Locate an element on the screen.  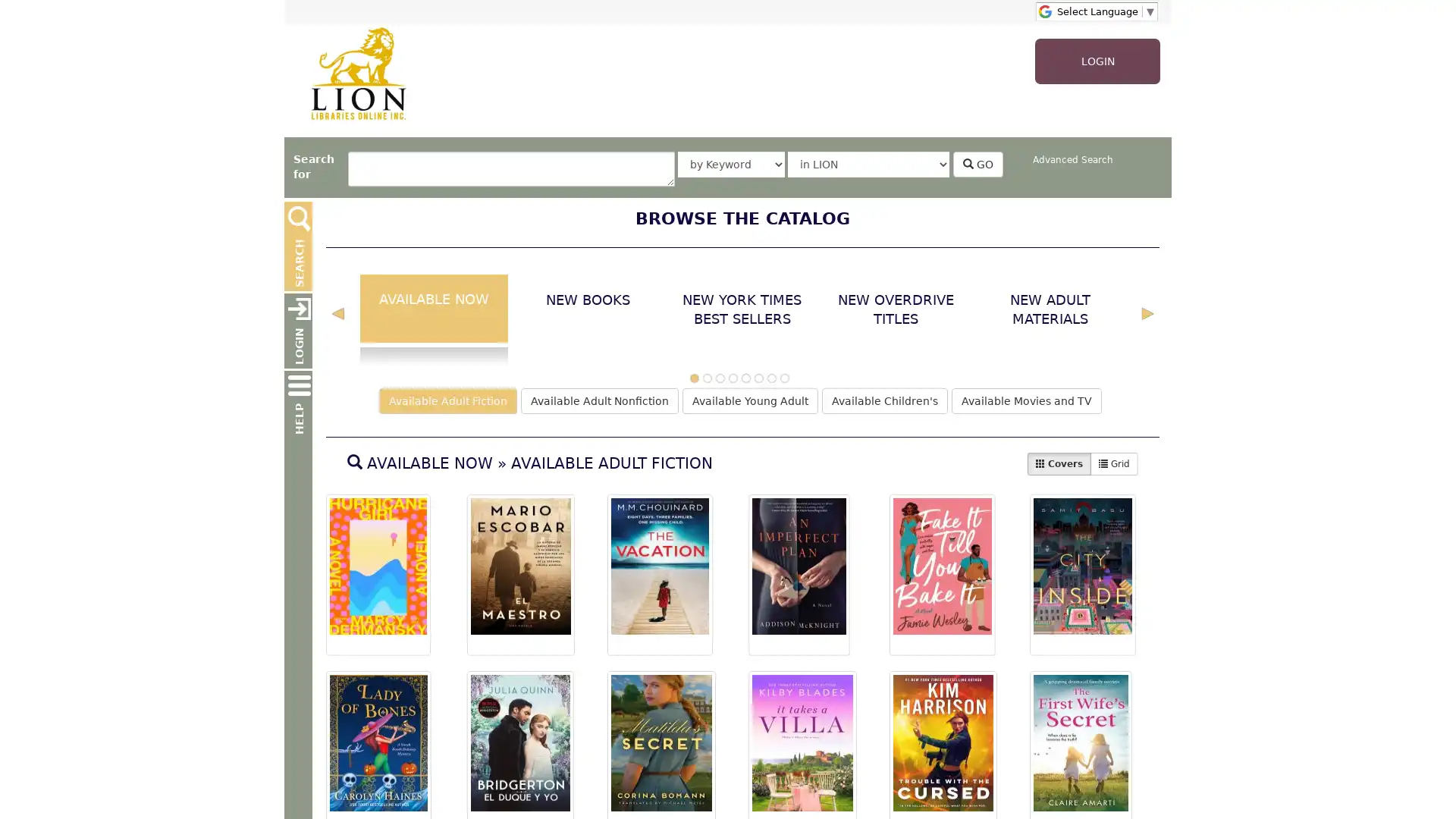
GO is located at coordinates (977, 164).